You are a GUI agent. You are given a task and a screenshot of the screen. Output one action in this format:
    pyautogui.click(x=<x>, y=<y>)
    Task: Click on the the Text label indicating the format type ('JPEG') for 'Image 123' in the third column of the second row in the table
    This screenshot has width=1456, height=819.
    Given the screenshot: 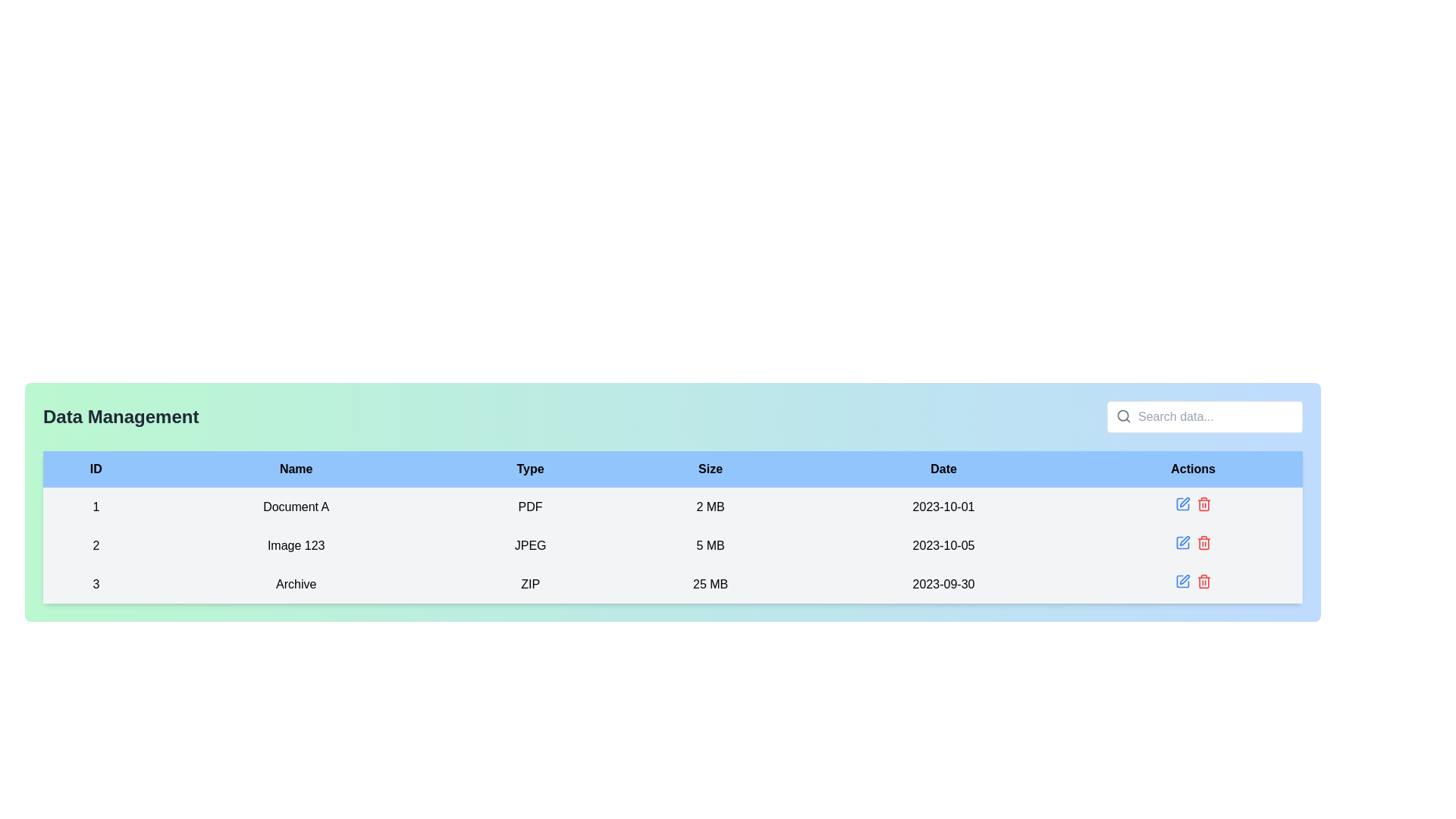 What is the action you would take?
    pyautogui.click(x=530, y=544)
    